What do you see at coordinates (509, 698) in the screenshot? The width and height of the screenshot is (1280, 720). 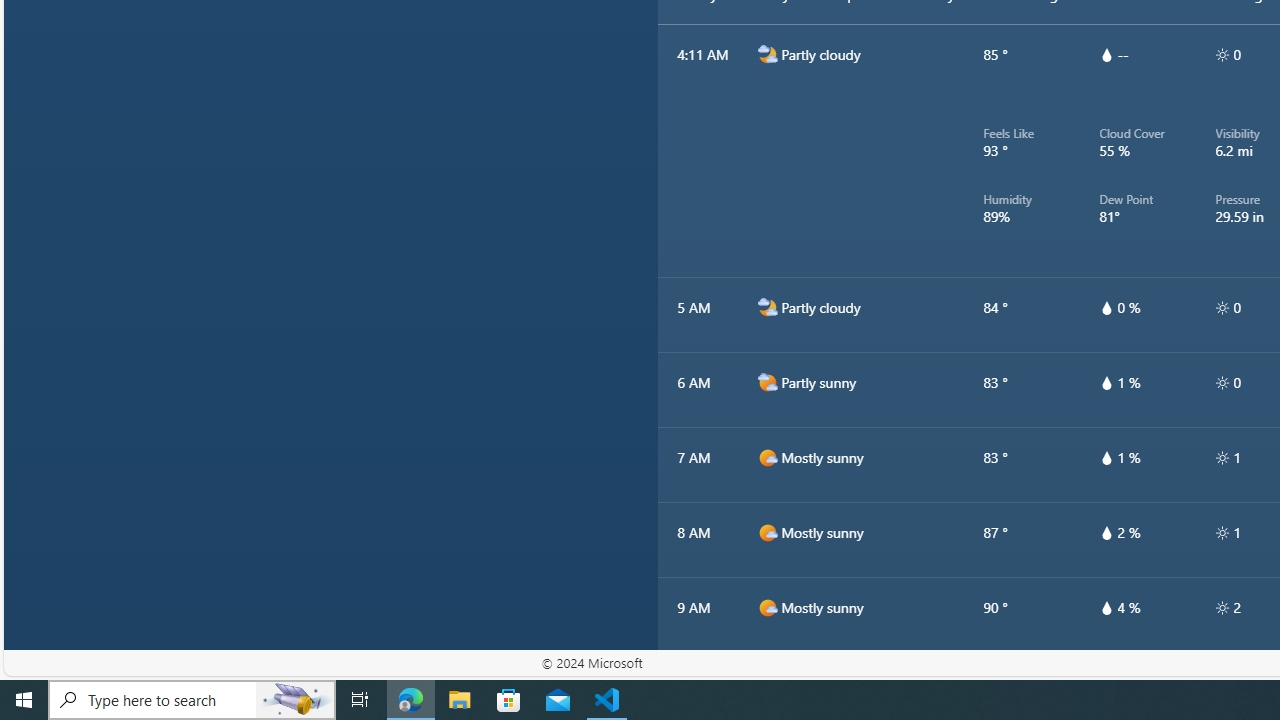 I see `'Microsoft Store'` at bounding box center [509, 698].